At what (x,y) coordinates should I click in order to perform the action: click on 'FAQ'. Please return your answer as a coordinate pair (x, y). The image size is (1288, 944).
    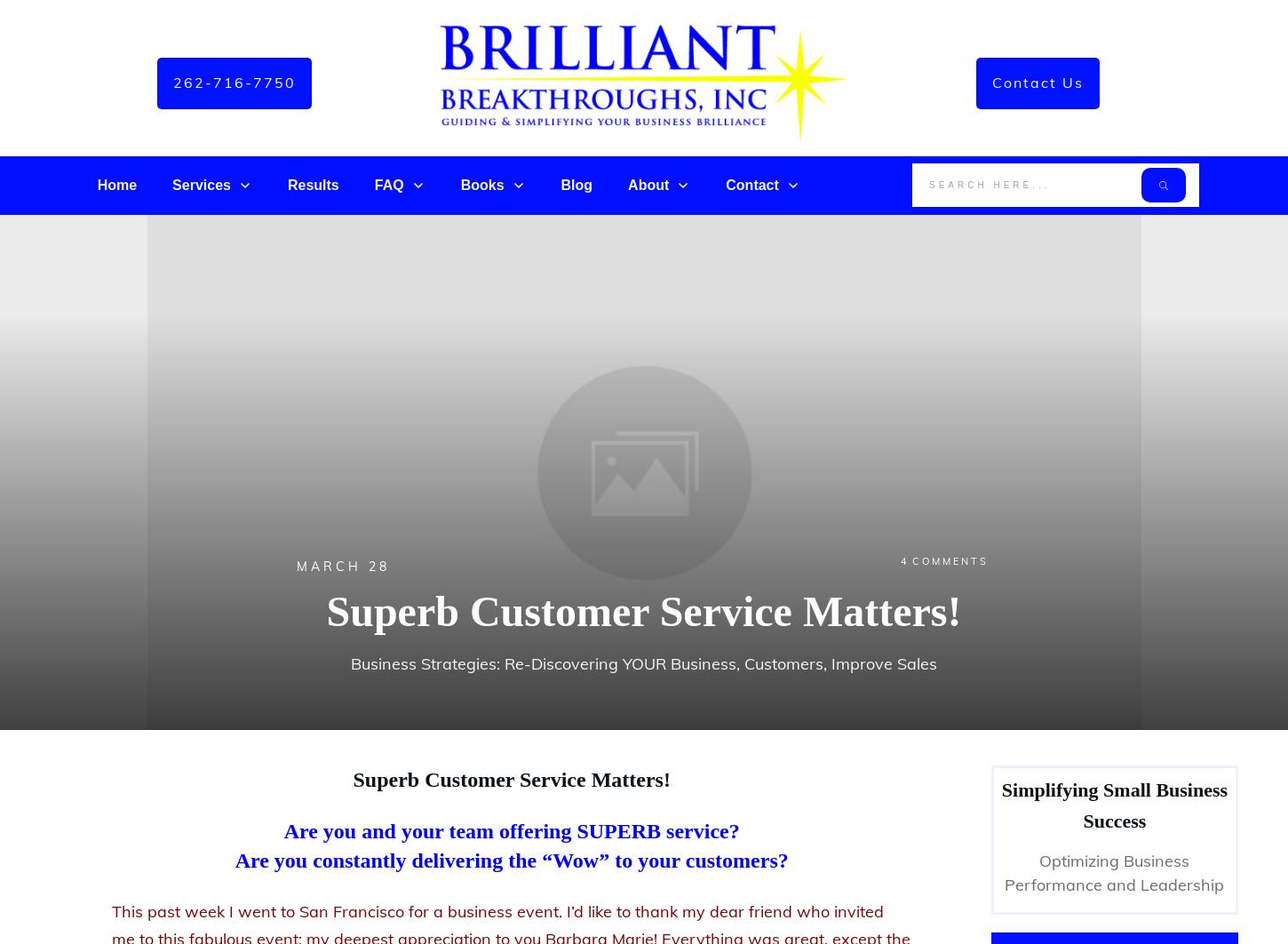
    Looking at the image, I should click on (372, 185).